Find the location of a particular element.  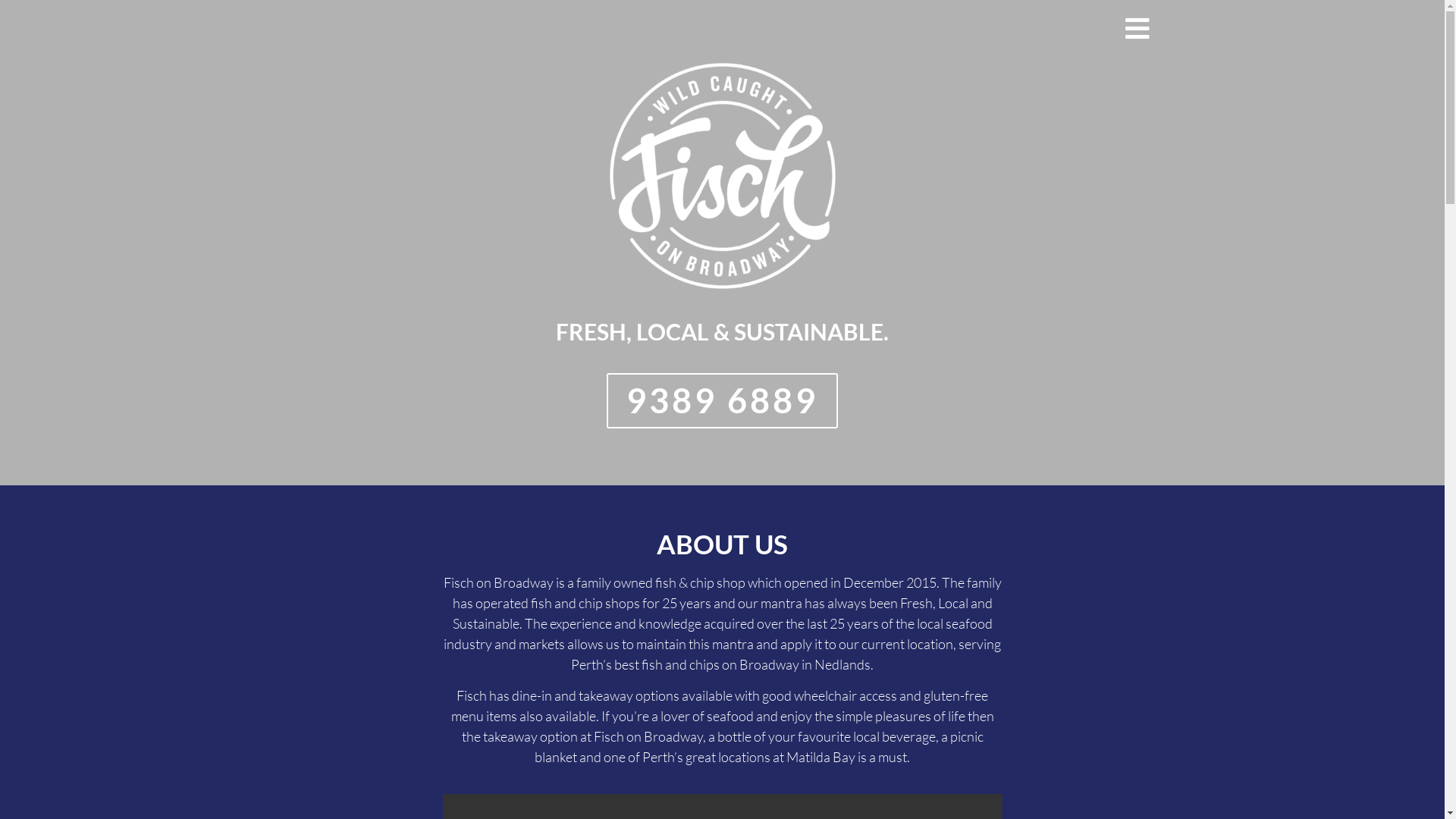

'9389 6889' is located at coordinates (720, 400).